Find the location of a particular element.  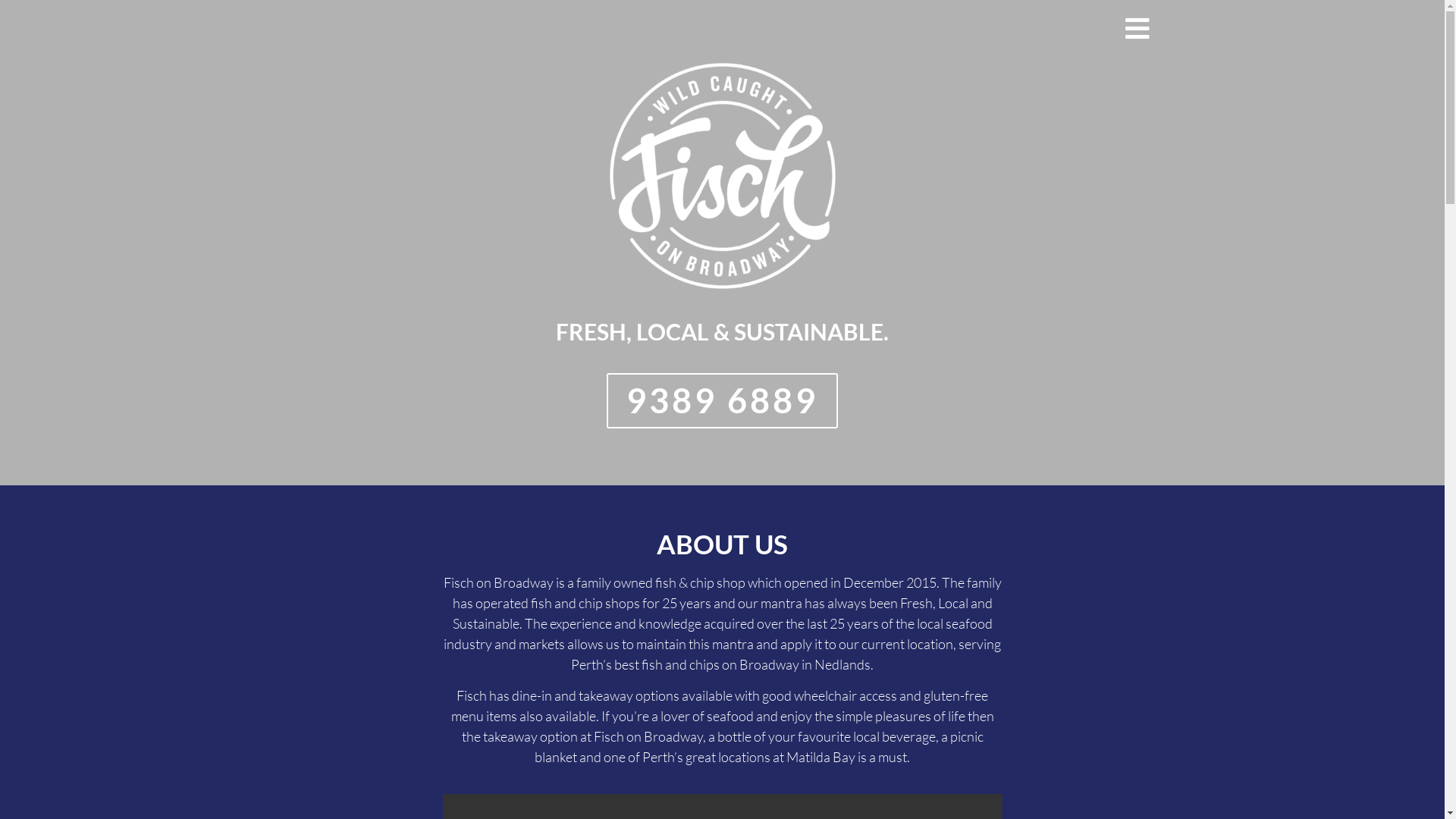

'9389 6889' is located at coordinates (720, 400).